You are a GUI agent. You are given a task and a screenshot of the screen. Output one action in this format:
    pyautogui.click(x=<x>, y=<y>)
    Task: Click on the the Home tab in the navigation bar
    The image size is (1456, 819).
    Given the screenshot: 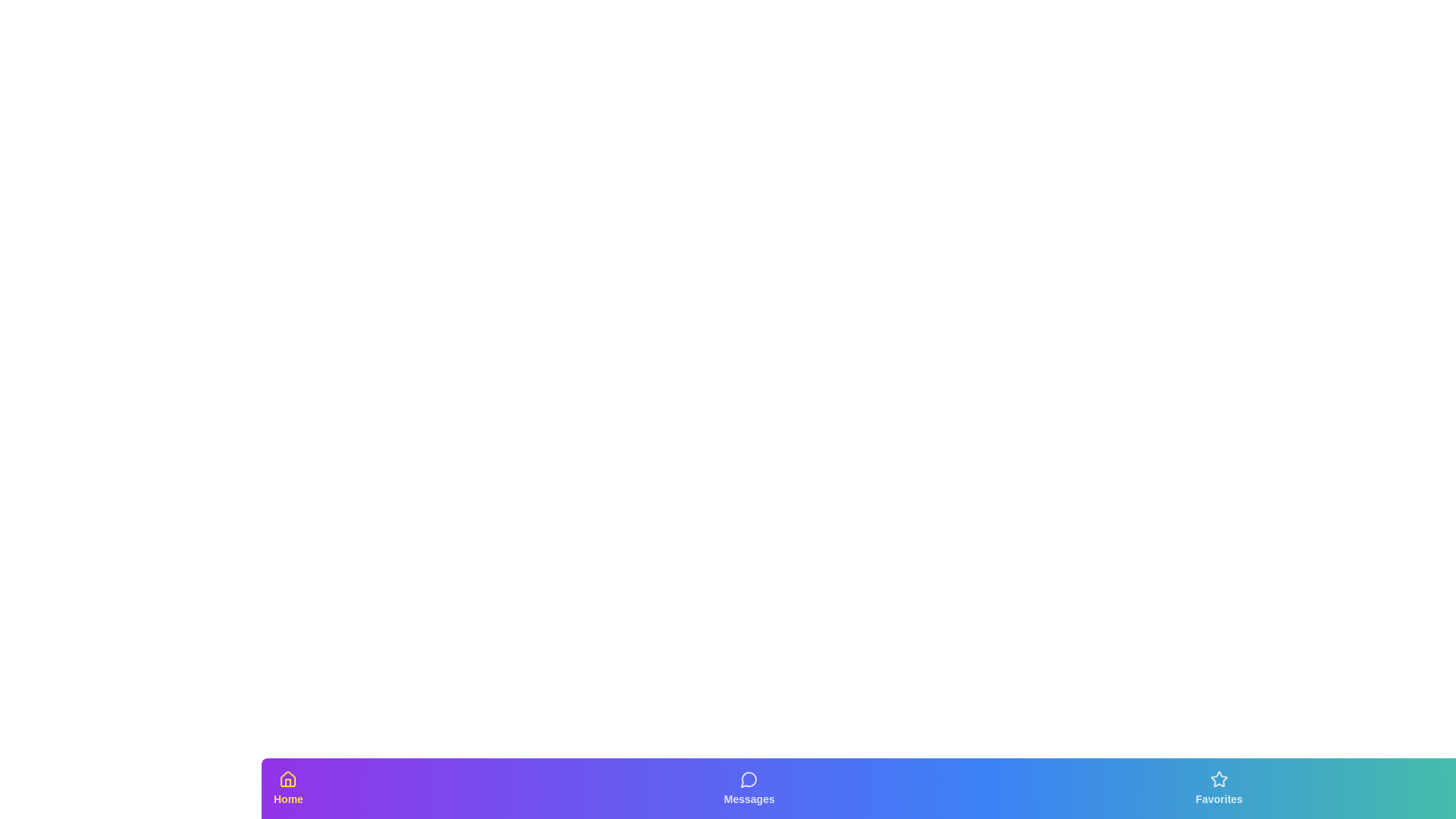 What is the action you would take?
    pyautogui.click(x=288, y=788)
    